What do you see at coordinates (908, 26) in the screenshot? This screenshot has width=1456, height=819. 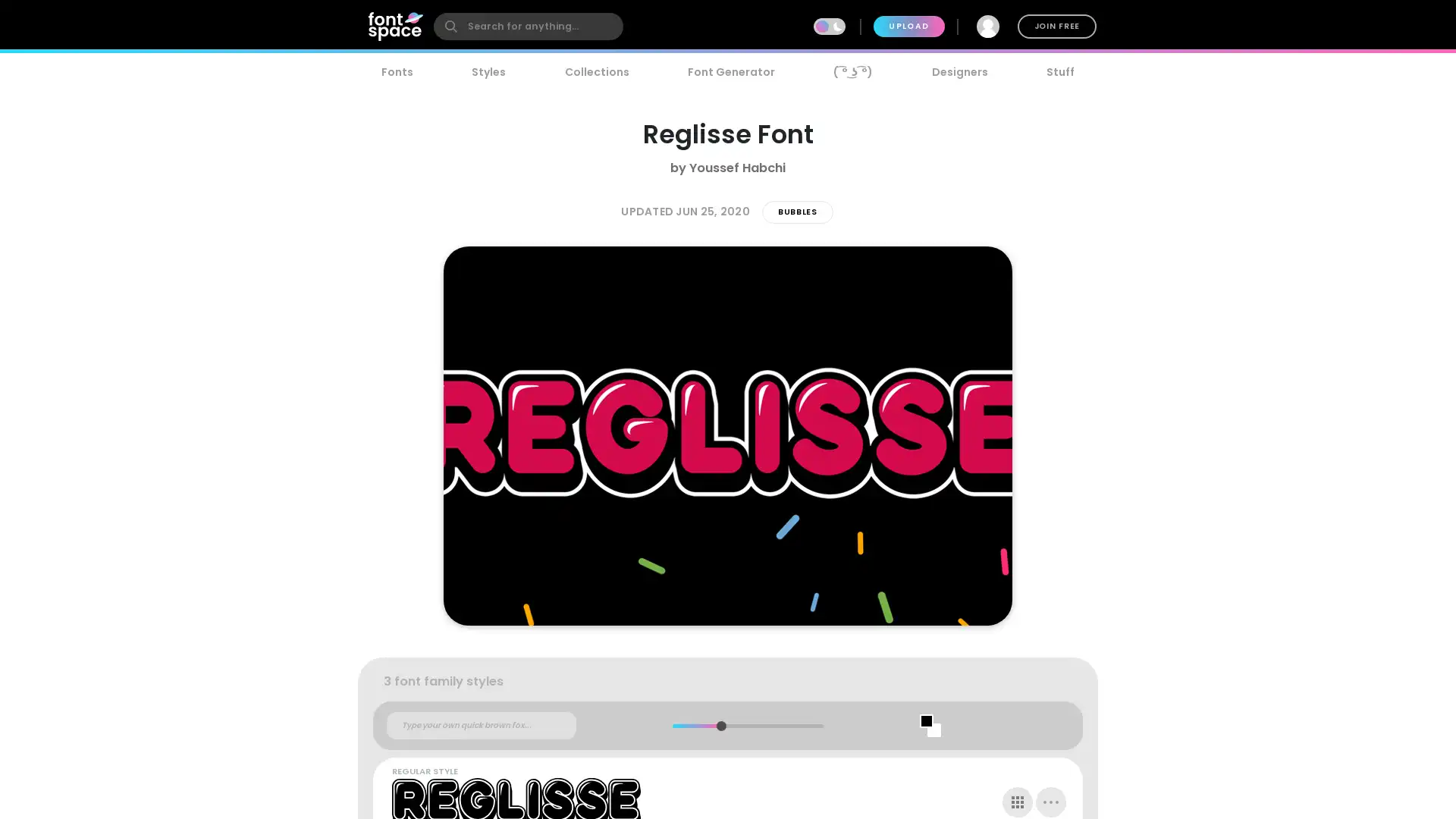 I see `UPLOAD` at bounding box center [908, 26].